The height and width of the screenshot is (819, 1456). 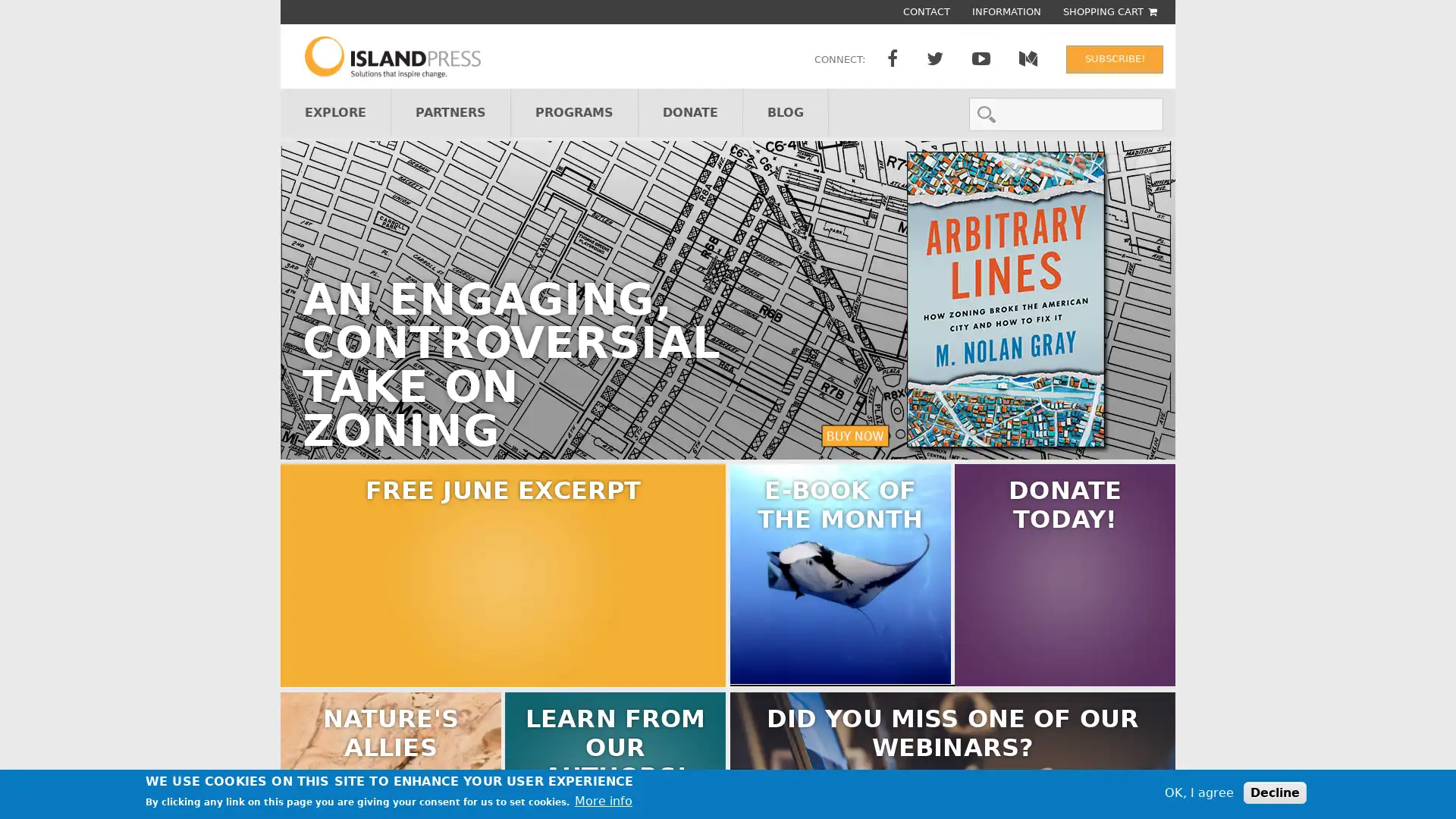 What do you see at coordinates (1198, 792) in the screenshot?
I see `OK, I agree` at bounding box center [1198, 792].